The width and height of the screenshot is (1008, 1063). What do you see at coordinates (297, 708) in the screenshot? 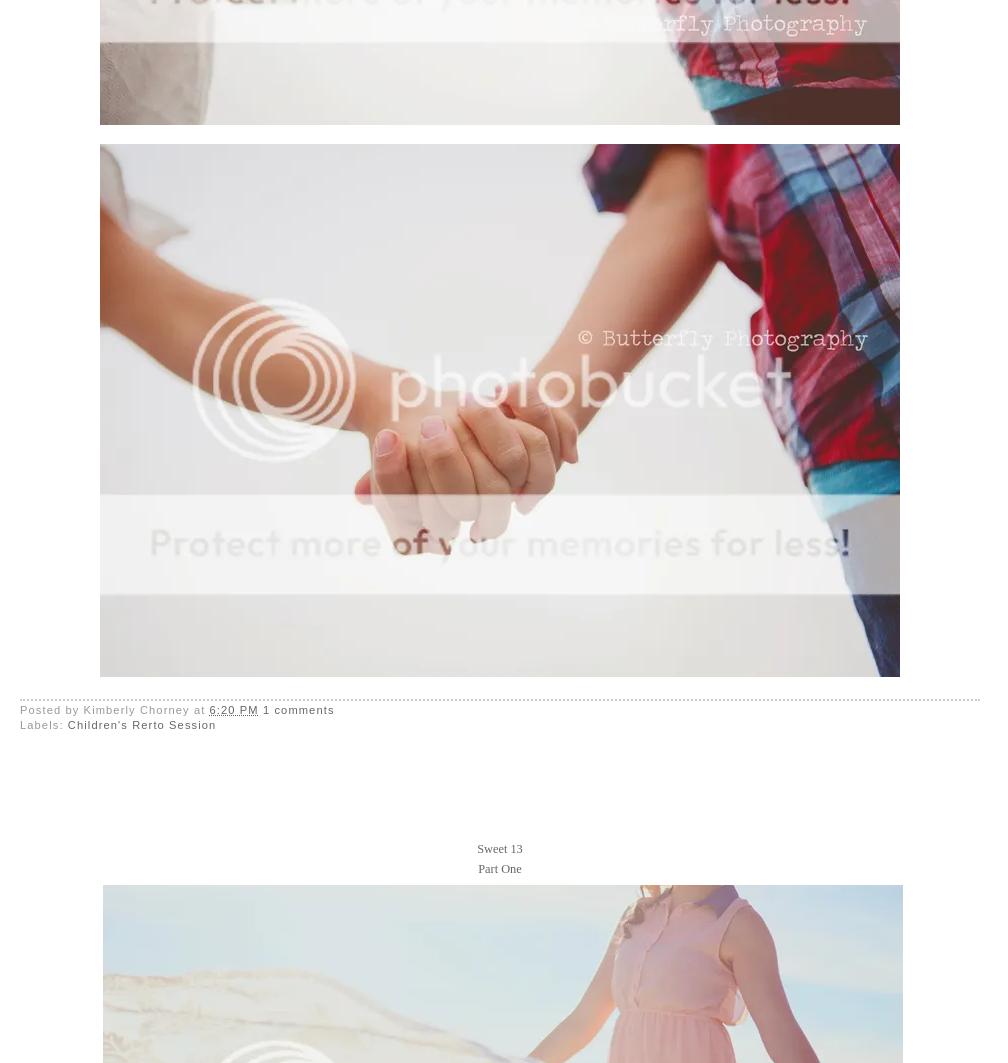
I see `'1 comments'` at bounding box center [297, 708].